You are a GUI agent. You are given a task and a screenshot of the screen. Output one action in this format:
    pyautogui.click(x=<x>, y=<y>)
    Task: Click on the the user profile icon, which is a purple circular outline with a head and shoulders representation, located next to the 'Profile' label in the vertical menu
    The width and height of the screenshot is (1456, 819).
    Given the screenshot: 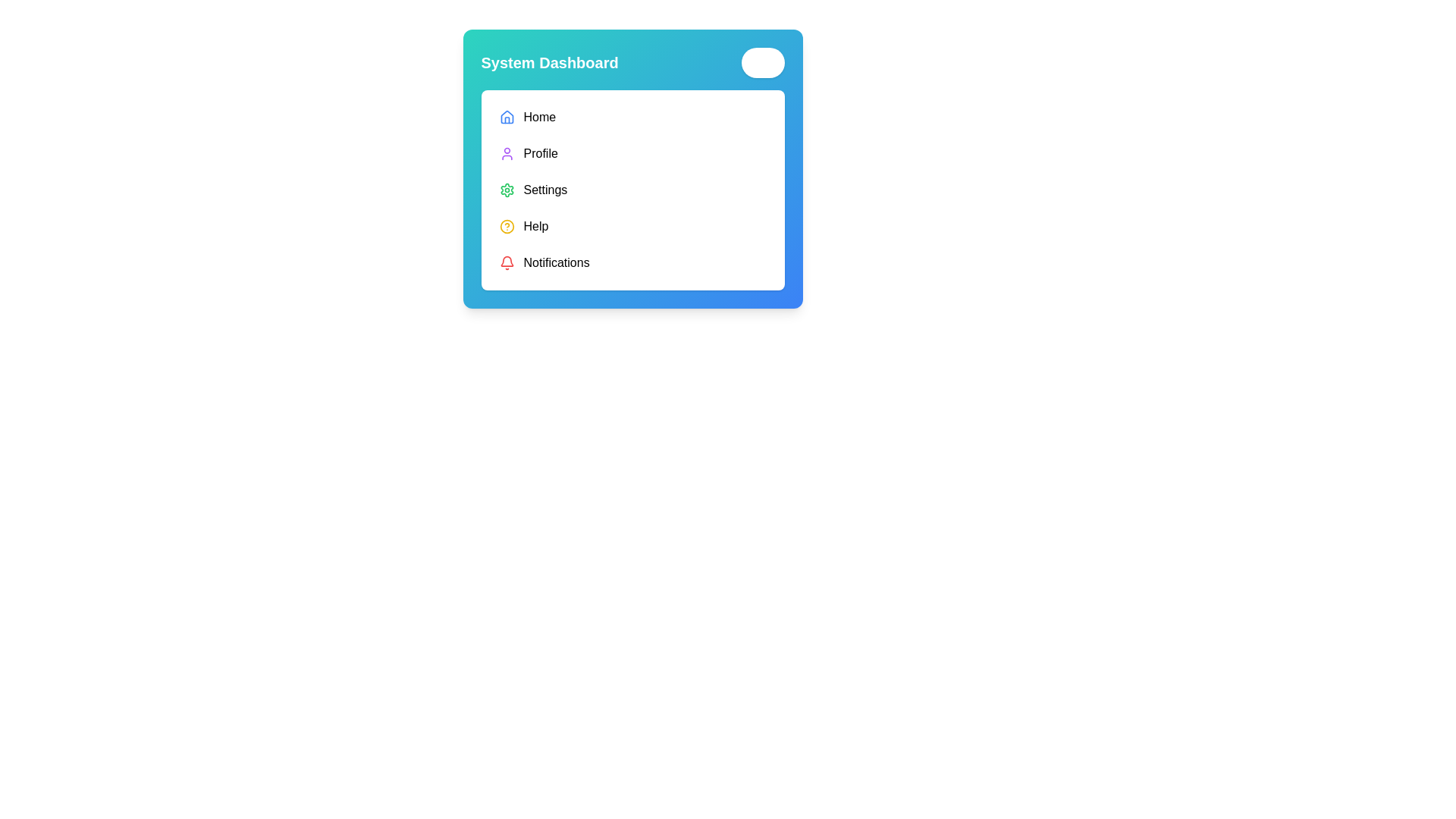 What is the action you would take?
    pyautogui.click(x=507, y=154)
    